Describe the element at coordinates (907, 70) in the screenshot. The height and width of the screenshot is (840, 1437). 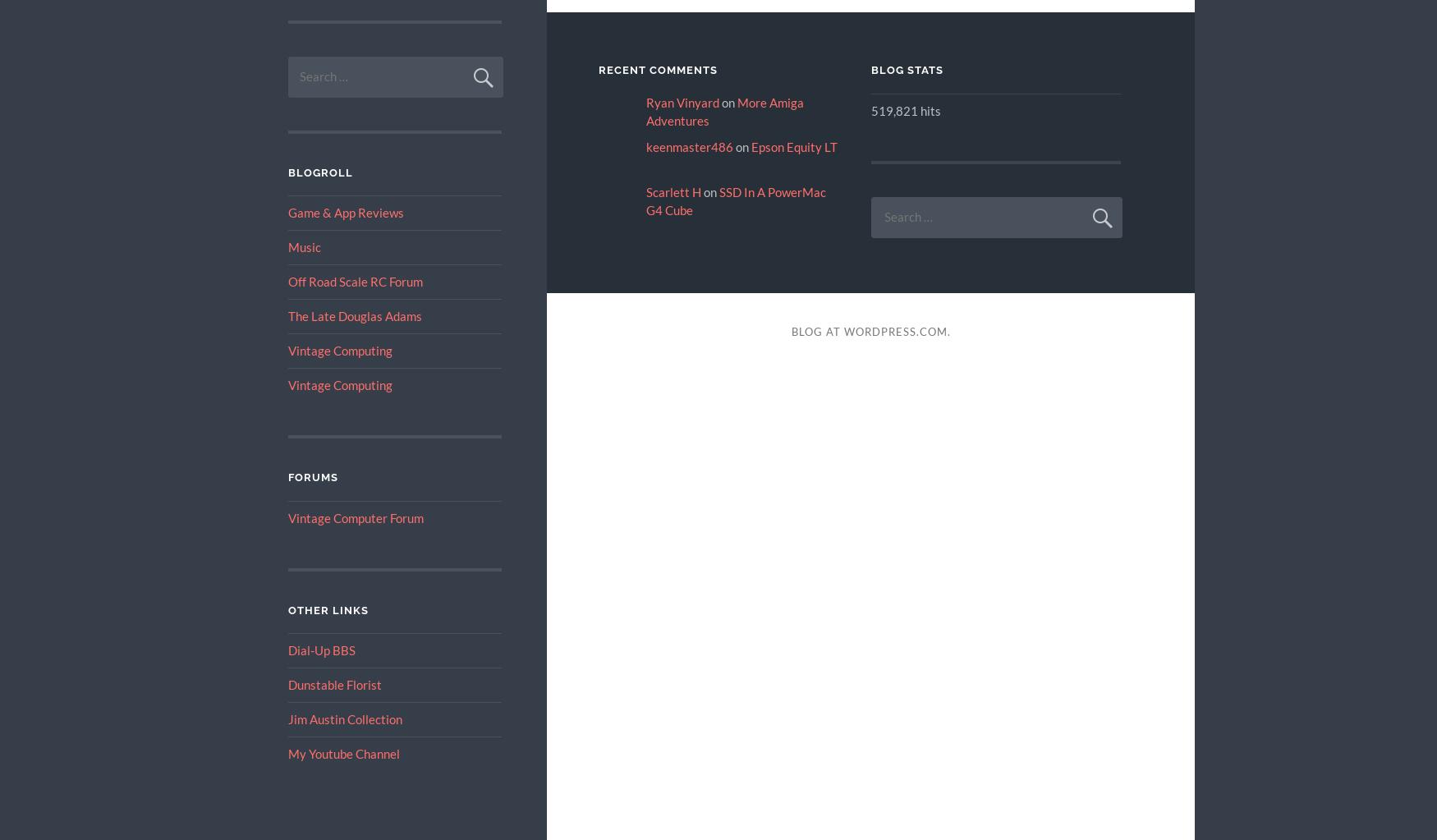
I see `'Blog Stats'` at that location.